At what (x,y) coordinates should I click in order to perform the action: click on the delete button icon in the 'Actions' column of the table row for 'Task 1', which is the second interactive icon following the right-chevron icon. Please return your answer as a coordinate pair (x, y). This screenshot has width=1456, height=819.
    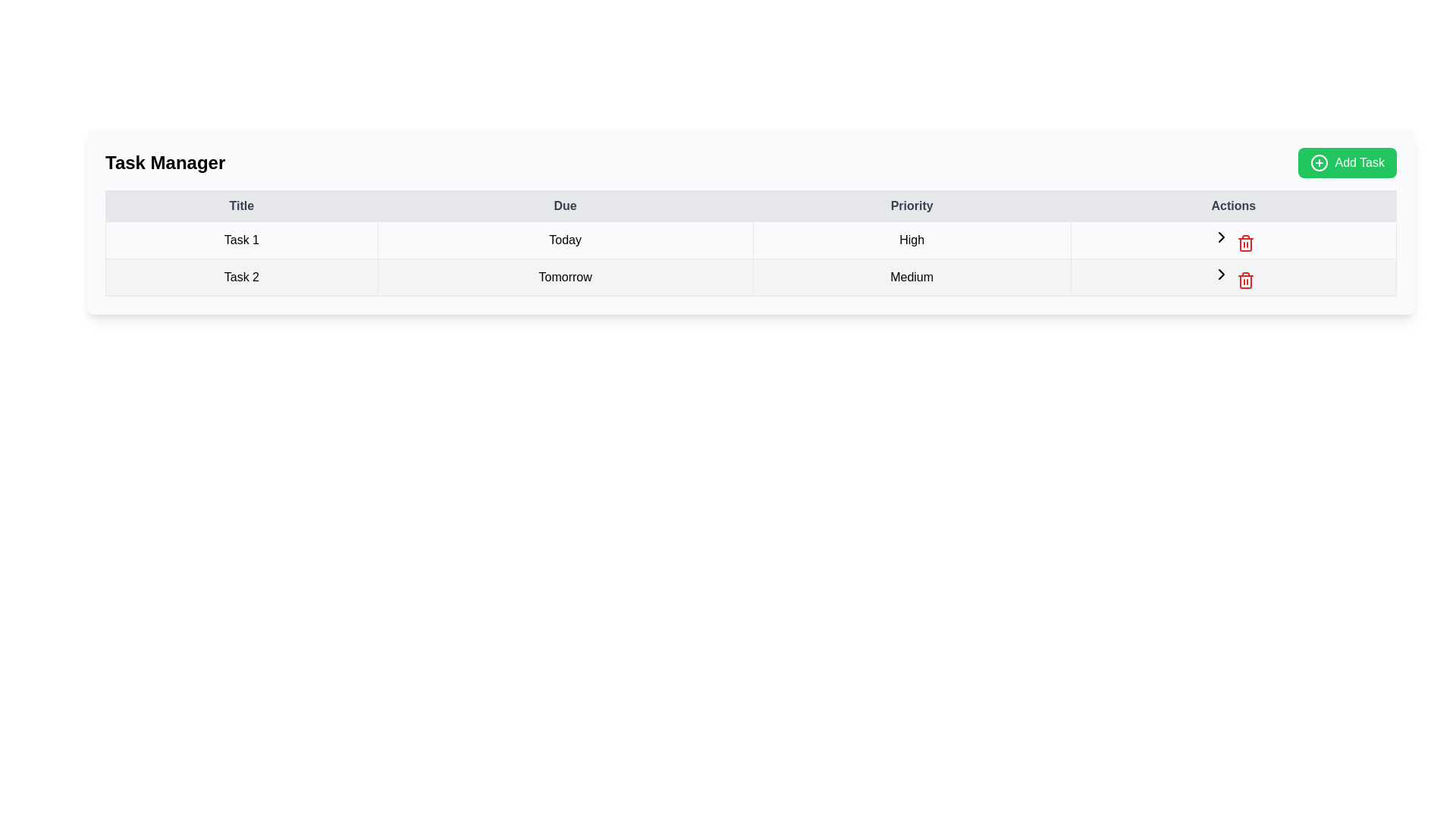
    Looking at the image, I should click on (1245, 242).